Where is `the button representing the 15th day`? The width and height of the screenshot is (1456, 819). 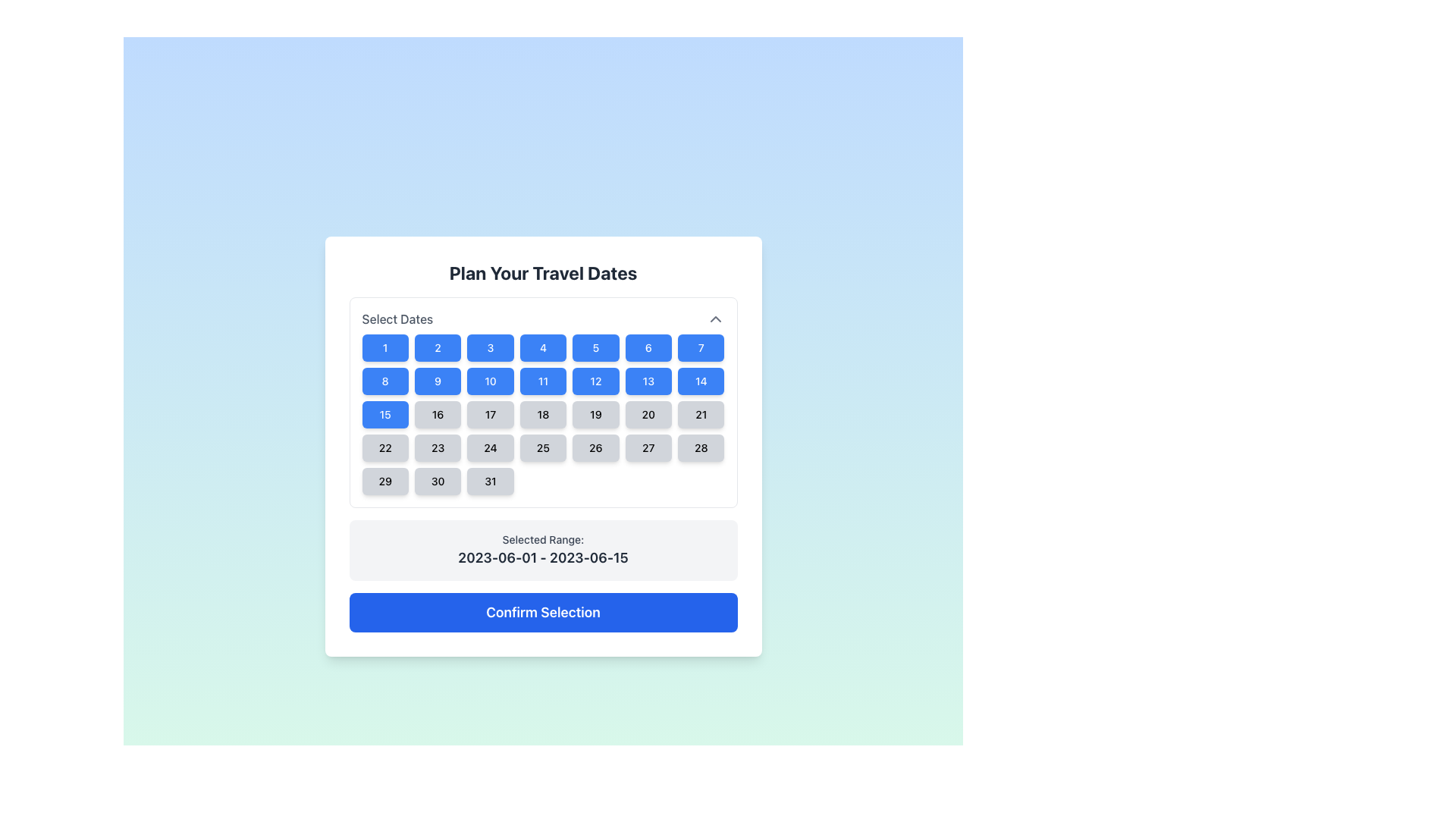 the button representing the 15th day is located at coordinates (385, 415).